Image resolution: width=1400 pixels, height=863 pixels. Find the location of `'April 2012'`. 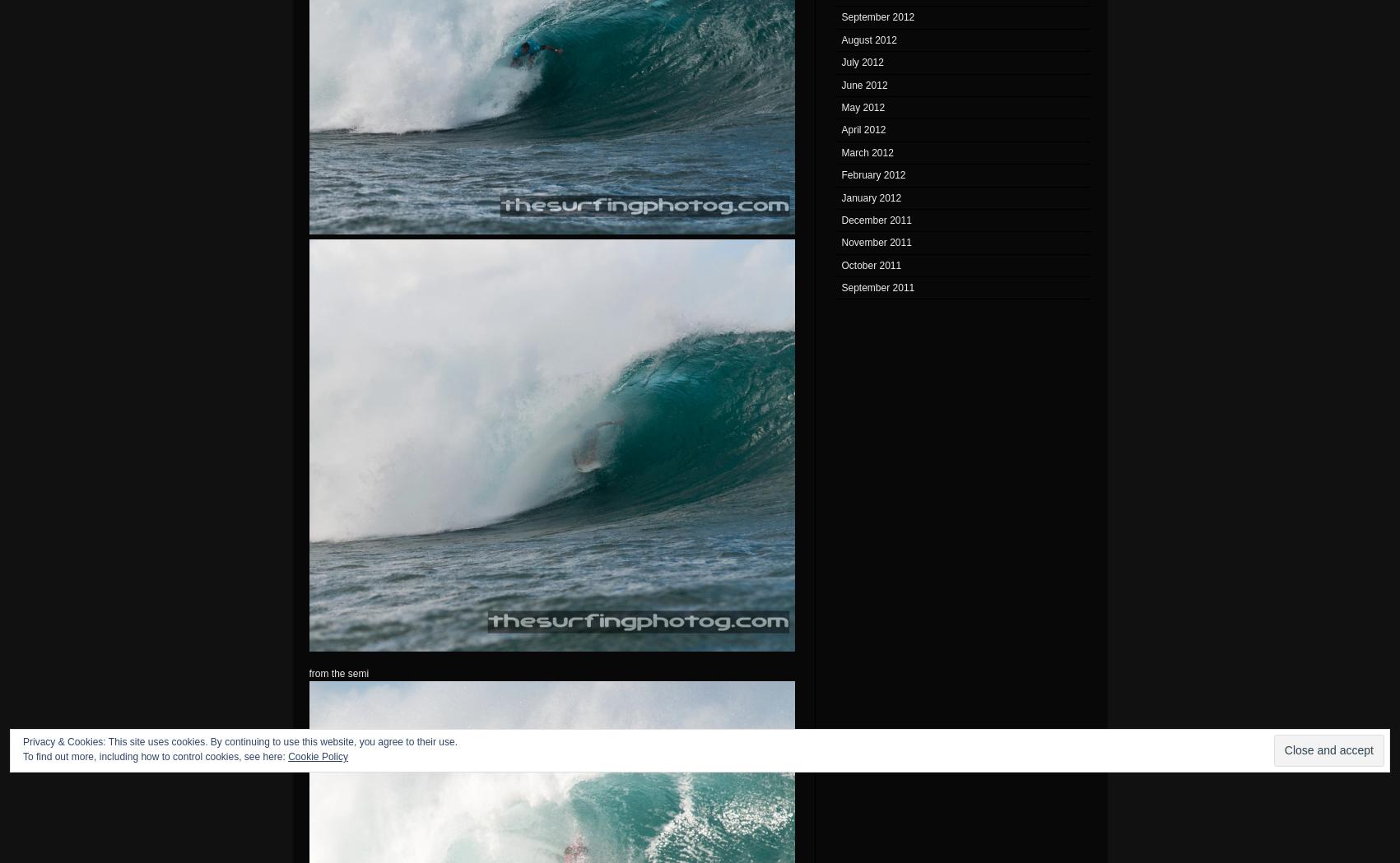

'April 2012' is located at coordinates (840, 129).